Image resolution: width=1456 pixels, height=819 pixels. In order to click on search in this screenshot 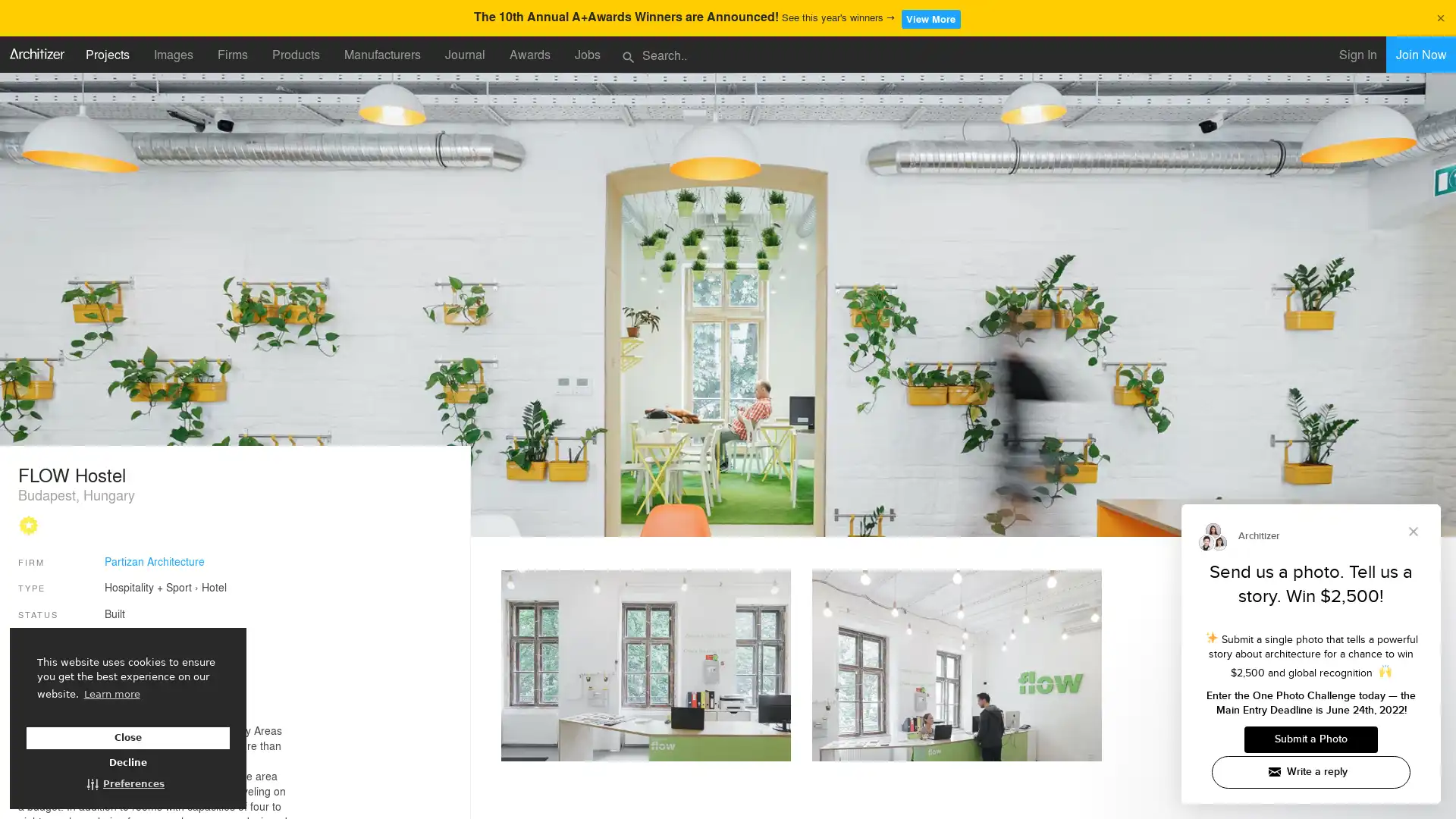, I will do `click(629, 55)`.